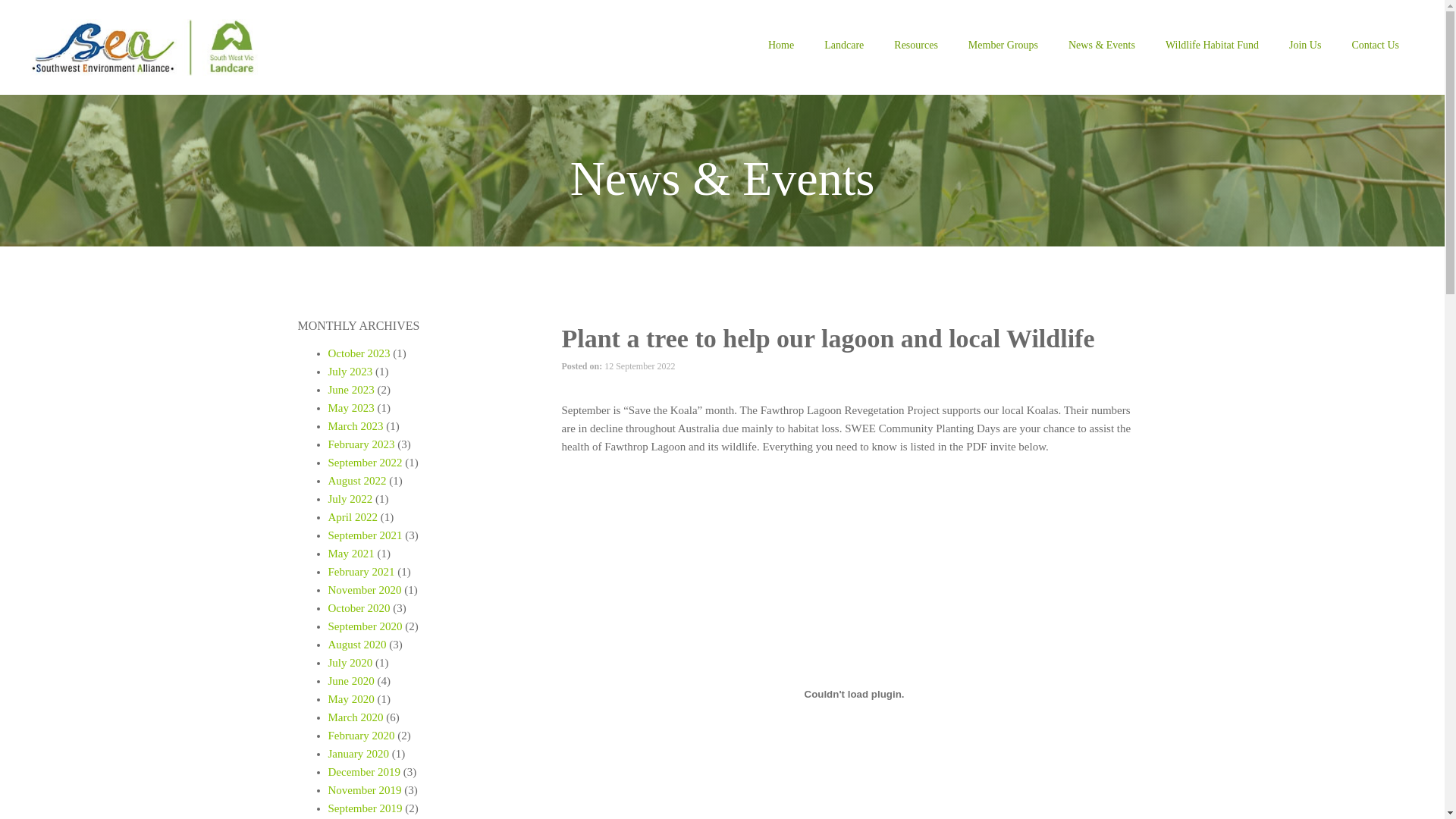 The height and width of the screenshot is (819, 1456). I want to click on 'February 2020', so click(359, 734).